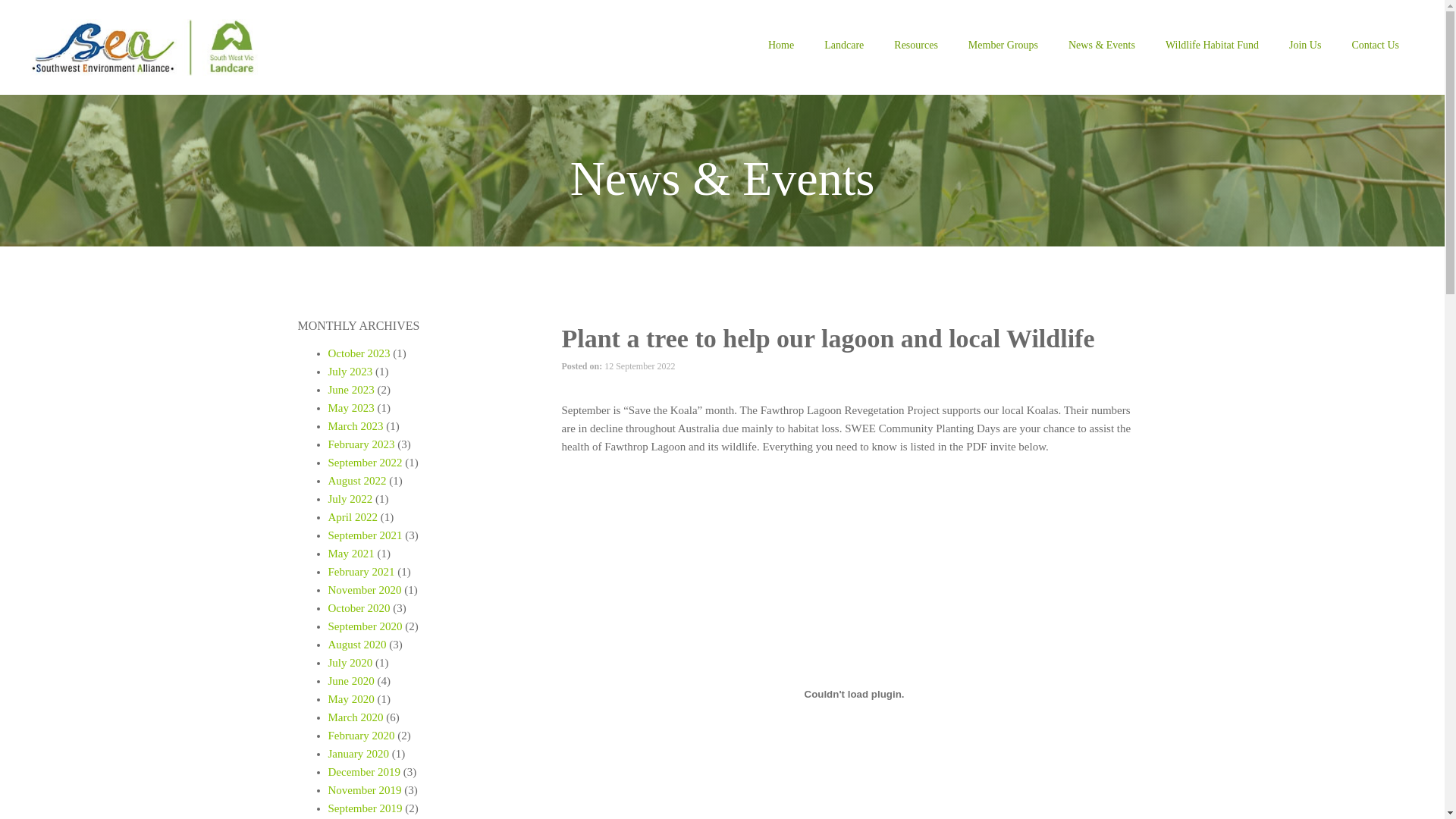 The height and width of the screenshot is (819, 1456). I want to click on 'February 2020', so click(359, 734).